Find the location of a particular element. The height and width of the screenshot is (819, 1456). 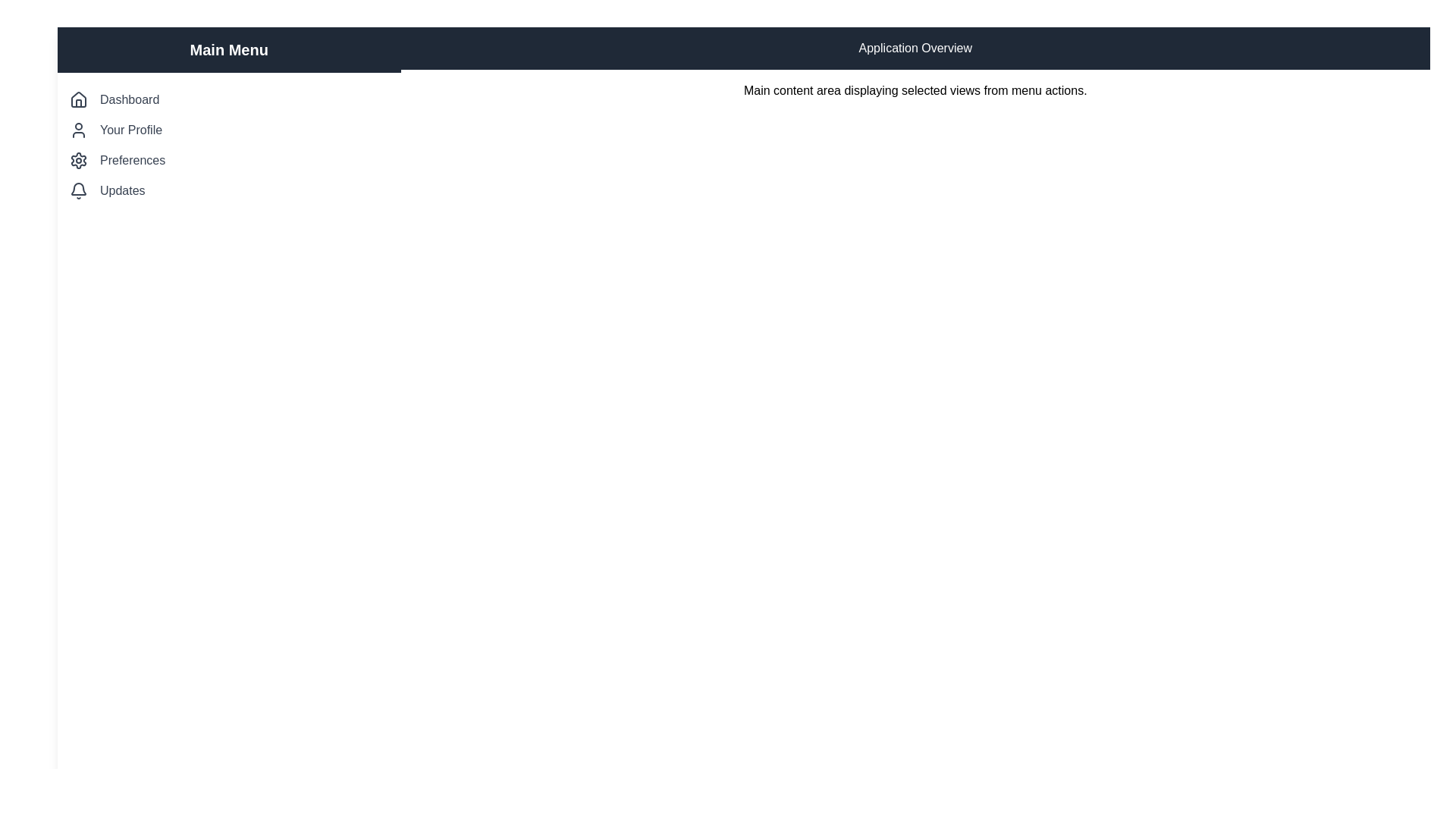

the house icon located in the topmost row of the left-side vertical menu that is labeled 'Dashboard' is located at coordinates (78, 99).